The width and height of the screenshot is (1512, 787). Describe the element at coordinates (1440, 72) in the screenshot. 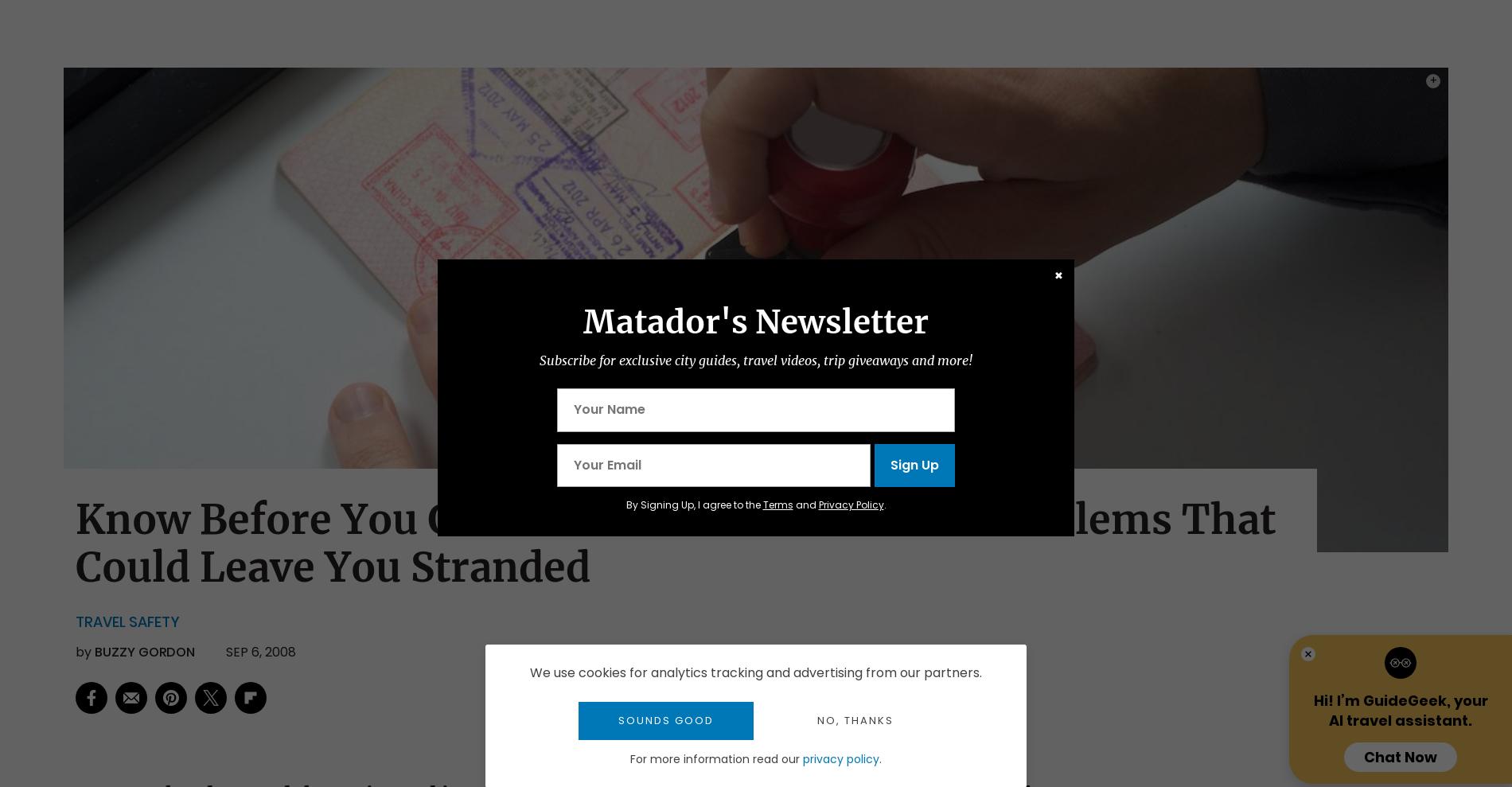

I see `'Photo:'` at that location.